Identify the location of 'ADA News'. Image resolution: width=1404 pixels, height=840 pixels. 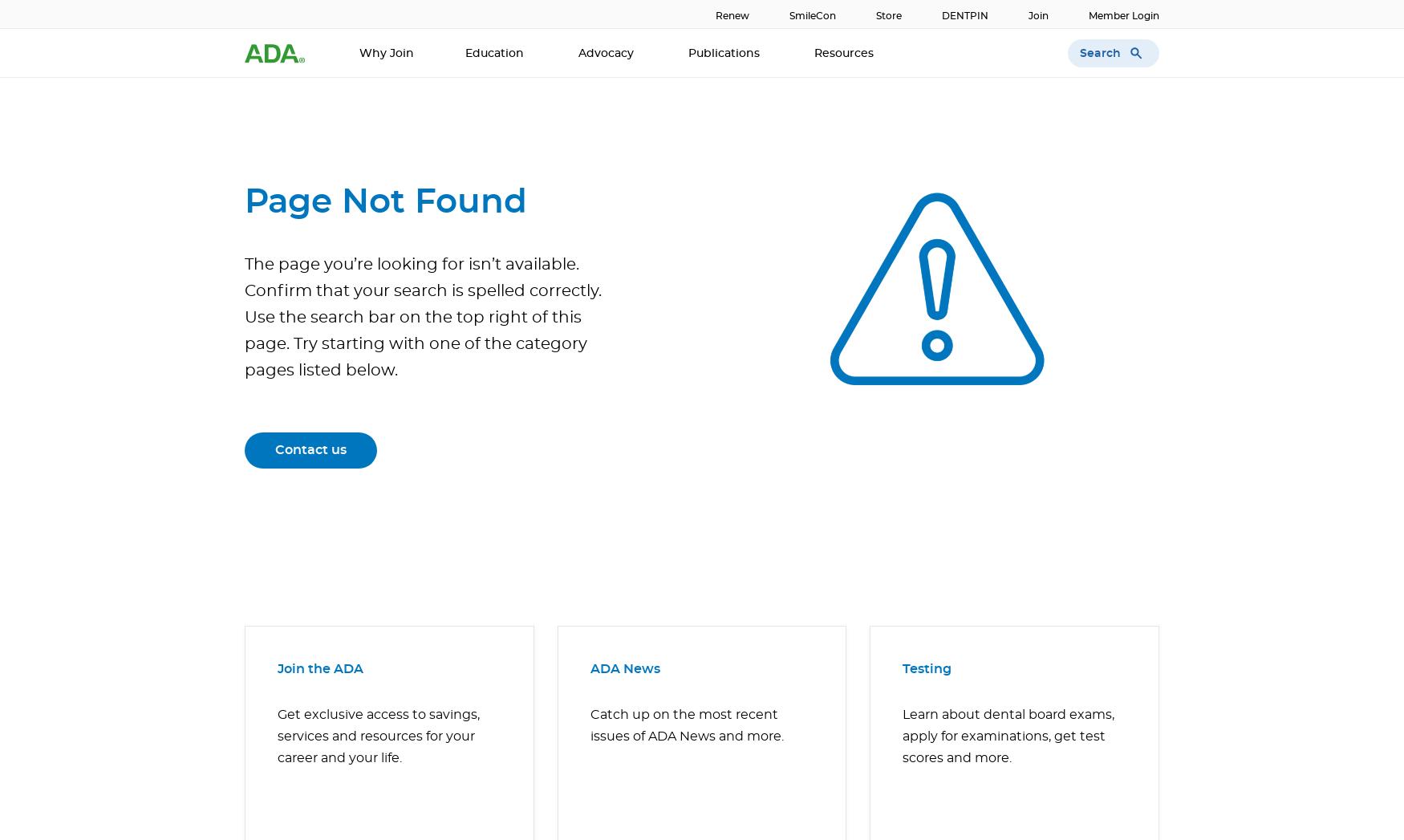
(624, 668).